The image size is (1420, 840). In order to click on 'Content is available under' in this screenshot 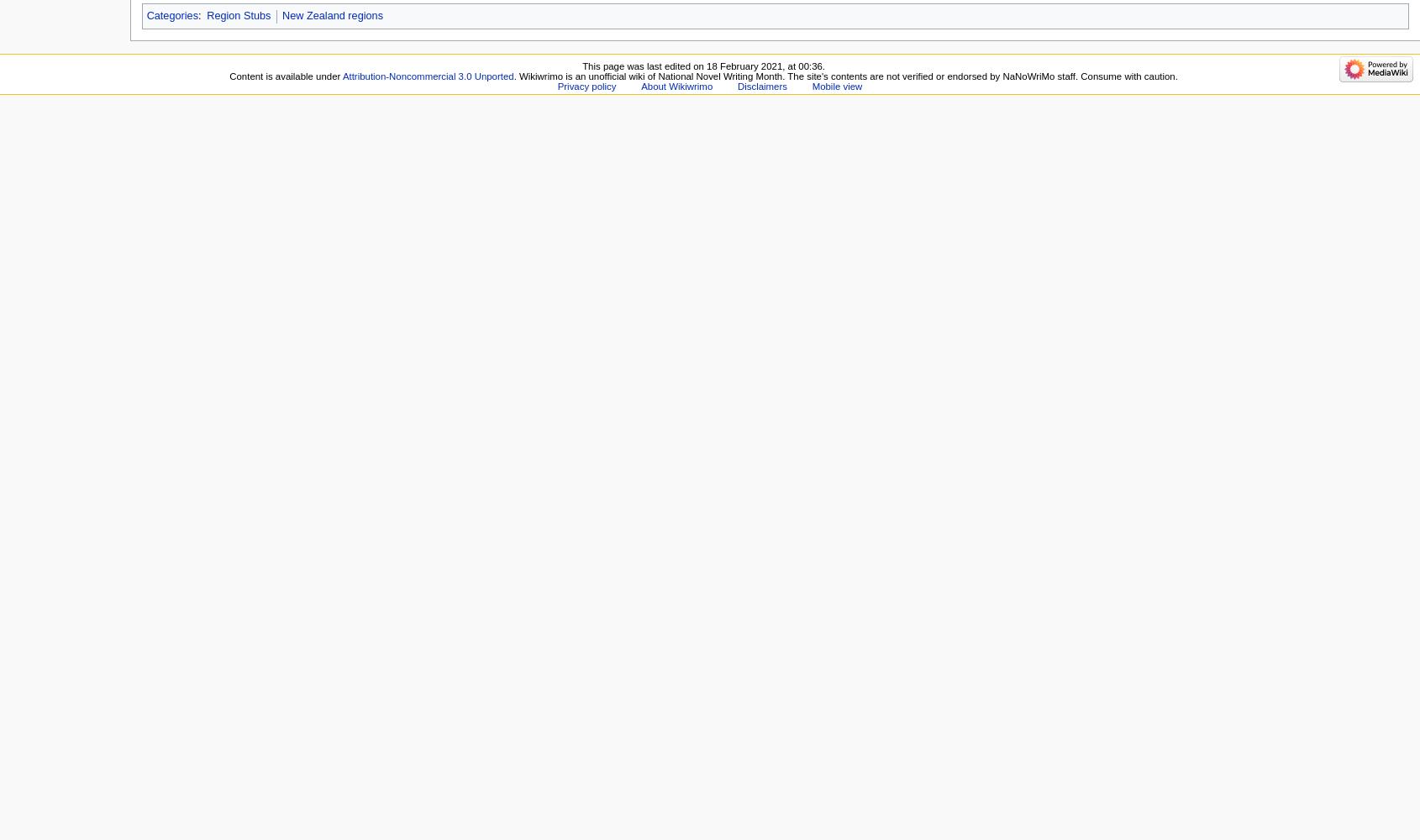, I will do `click(229, 75)`.